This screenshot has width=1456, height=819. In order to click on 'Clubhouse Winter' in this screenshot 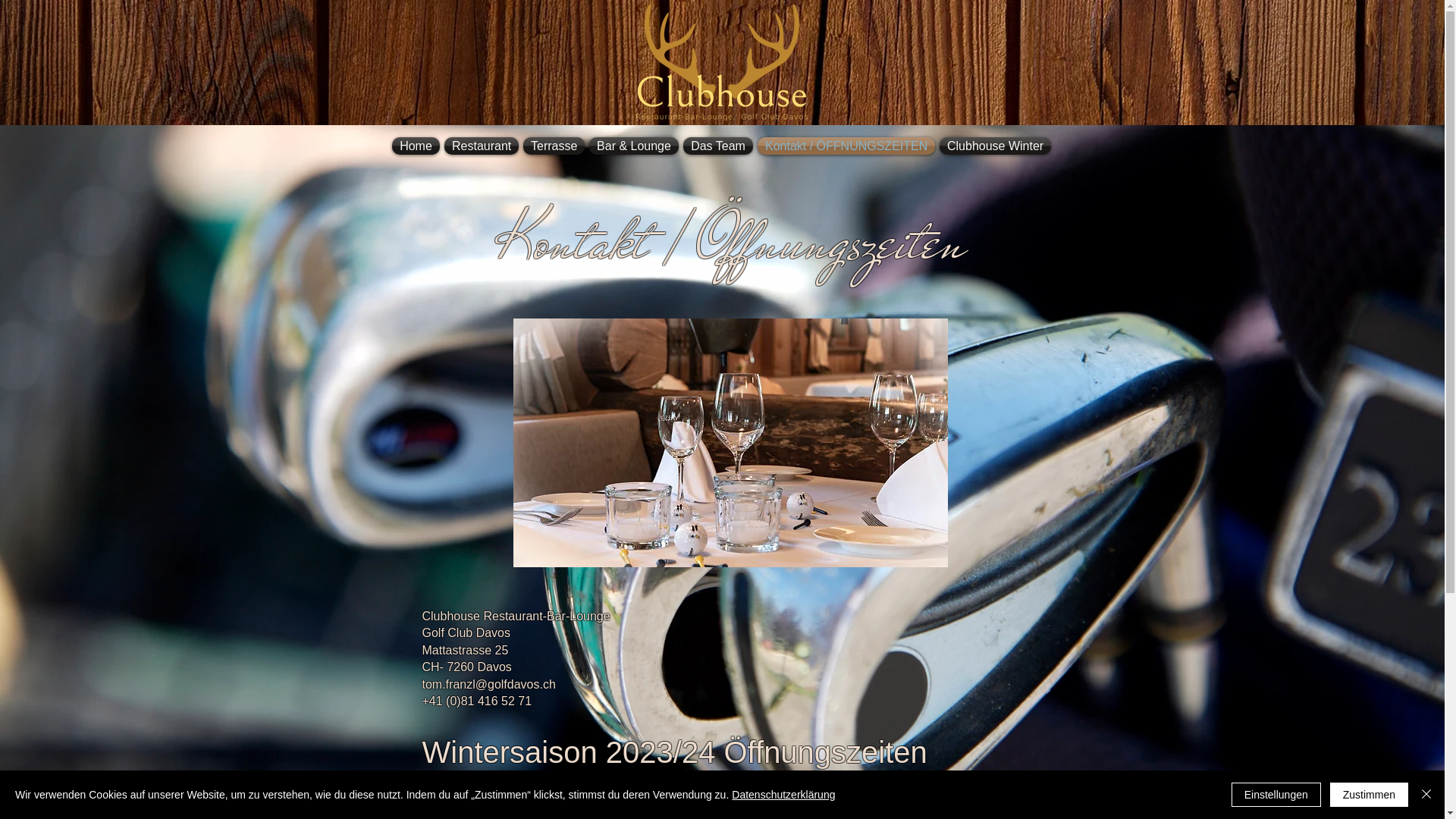, I will do `click(995, 146)`.